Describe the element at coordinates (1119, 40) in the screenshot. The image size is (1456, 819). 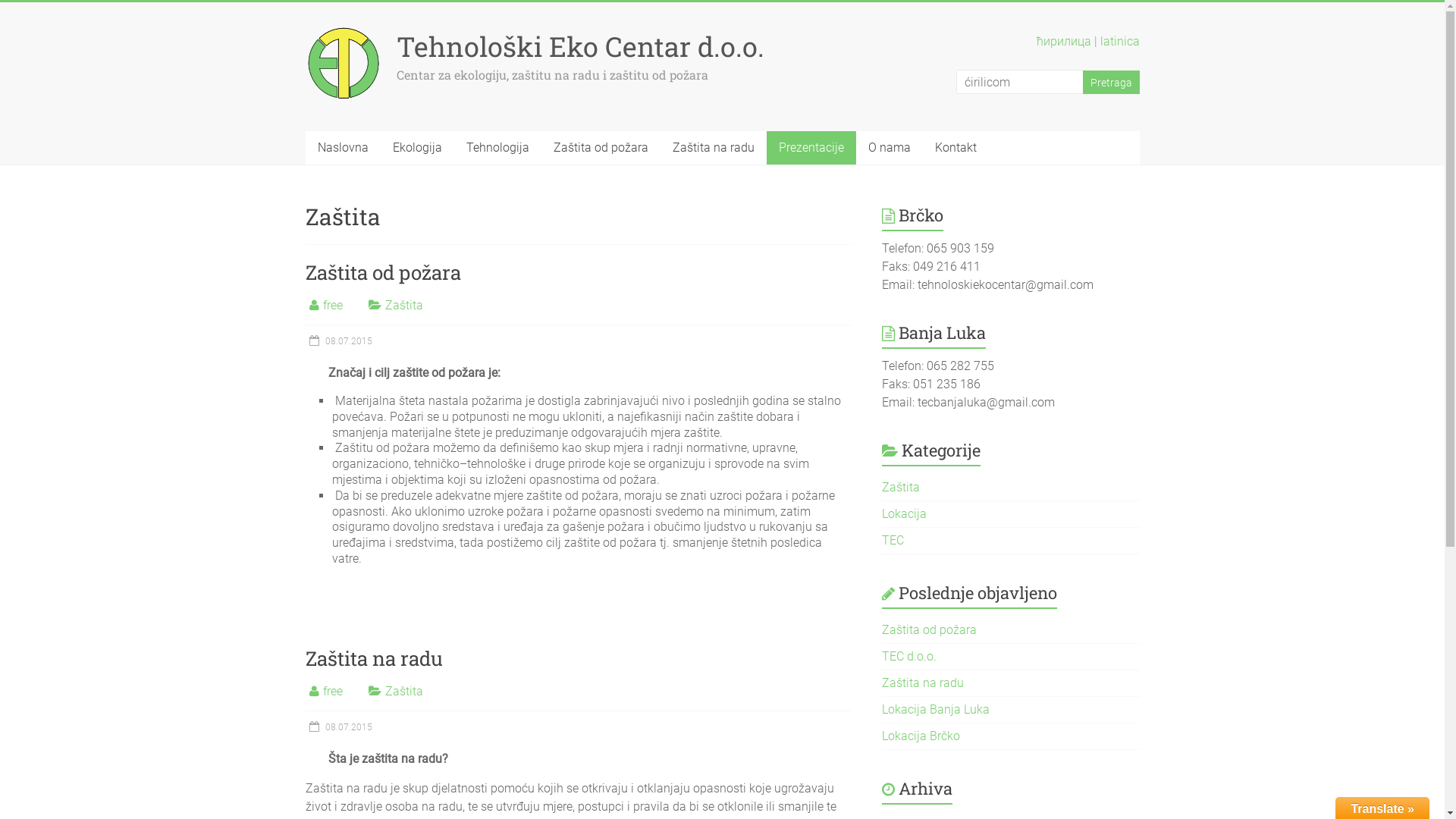
I see `'latinica'` at that location.